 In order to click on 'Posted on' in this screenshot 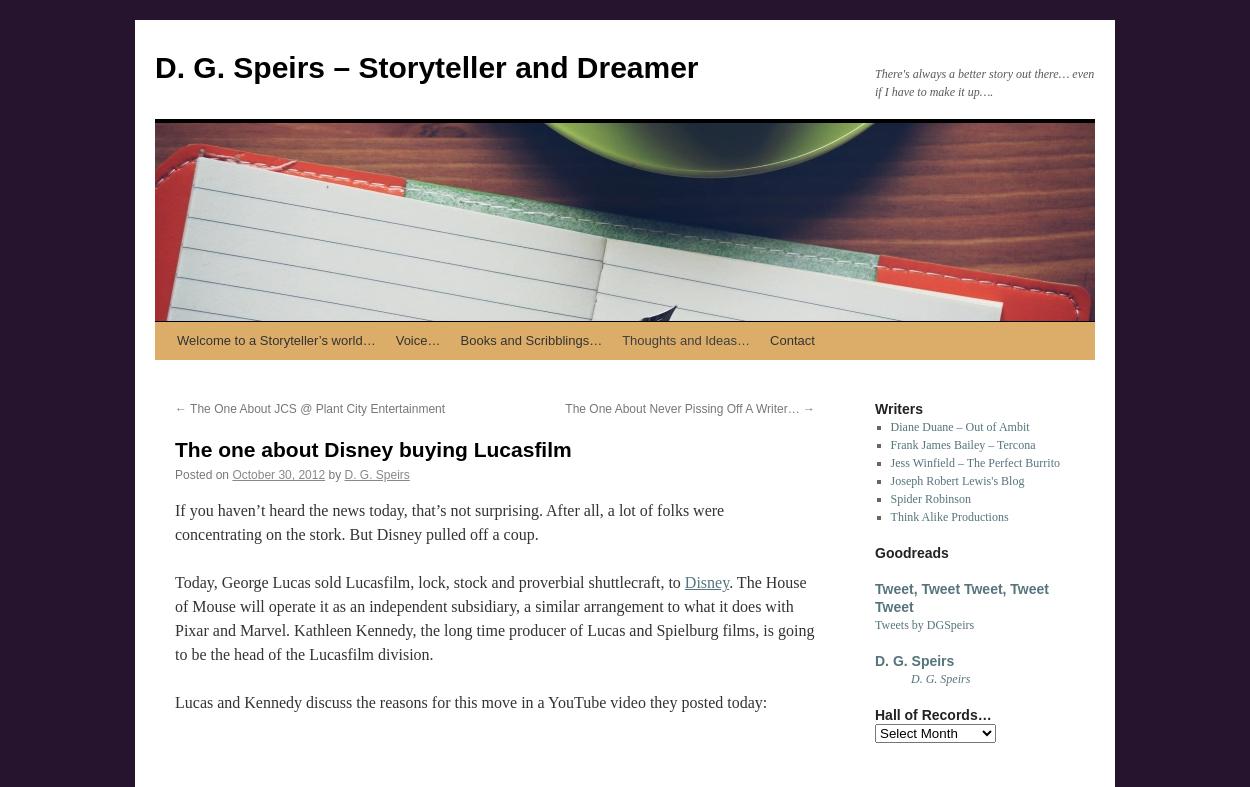, I will do `click(201, 475)`.